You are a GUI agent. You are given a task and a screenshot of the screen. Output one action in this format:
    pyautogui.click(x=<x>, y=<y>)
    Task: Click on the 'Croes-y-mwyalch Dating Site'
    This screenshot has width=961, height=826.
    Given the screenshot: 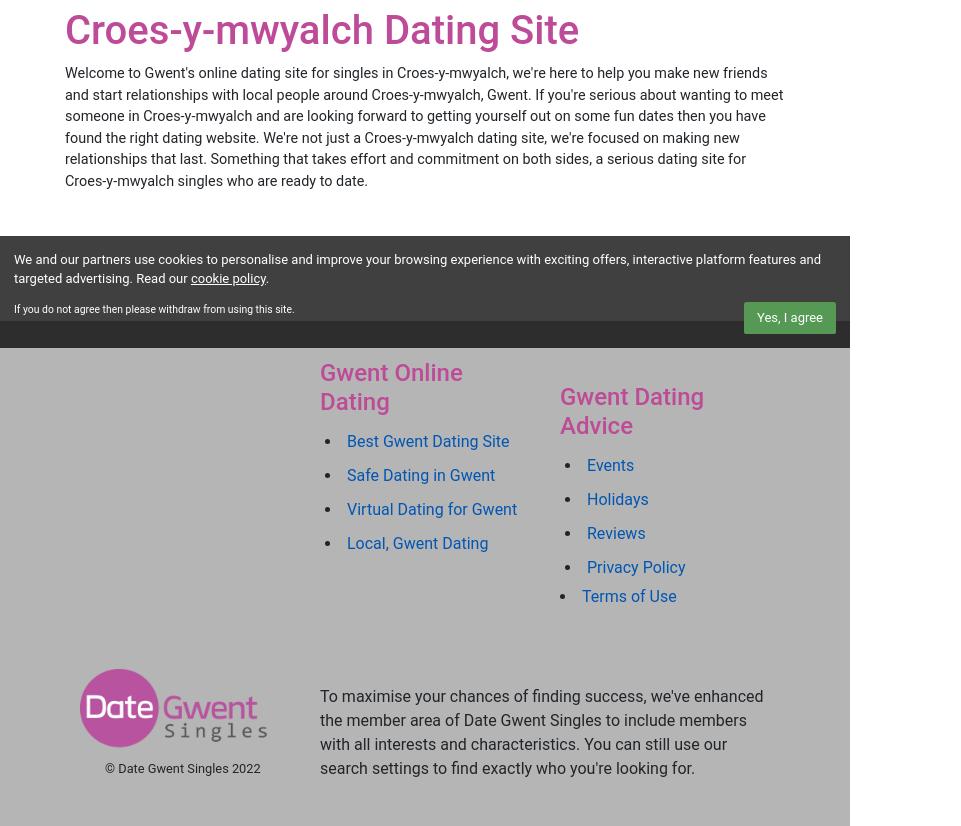 What is the action you would take?
    pyautogui.click(x=321, y=29)
    